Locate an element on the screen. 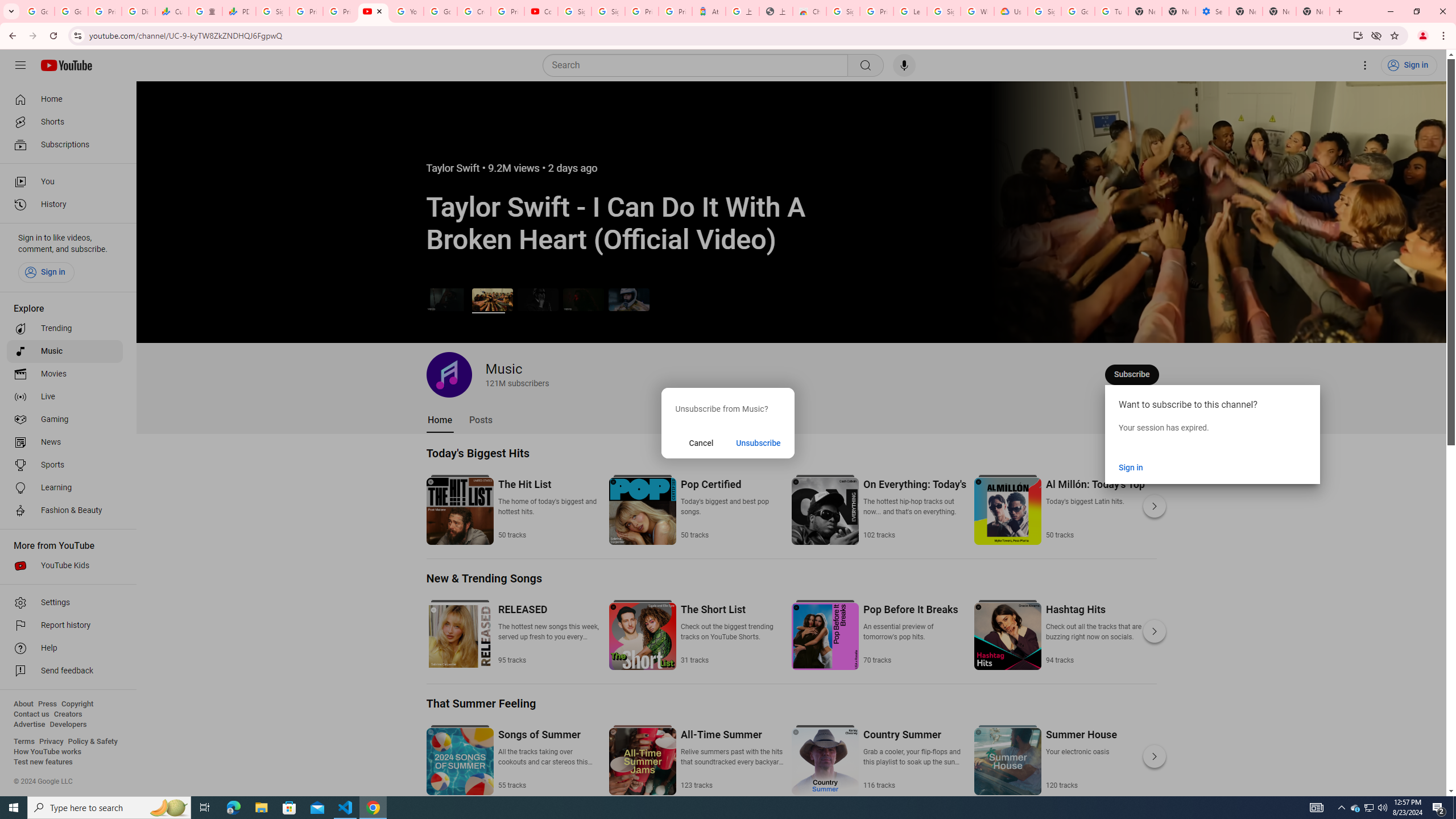  'Unsubscribe' is located at coordinates (758, 442).